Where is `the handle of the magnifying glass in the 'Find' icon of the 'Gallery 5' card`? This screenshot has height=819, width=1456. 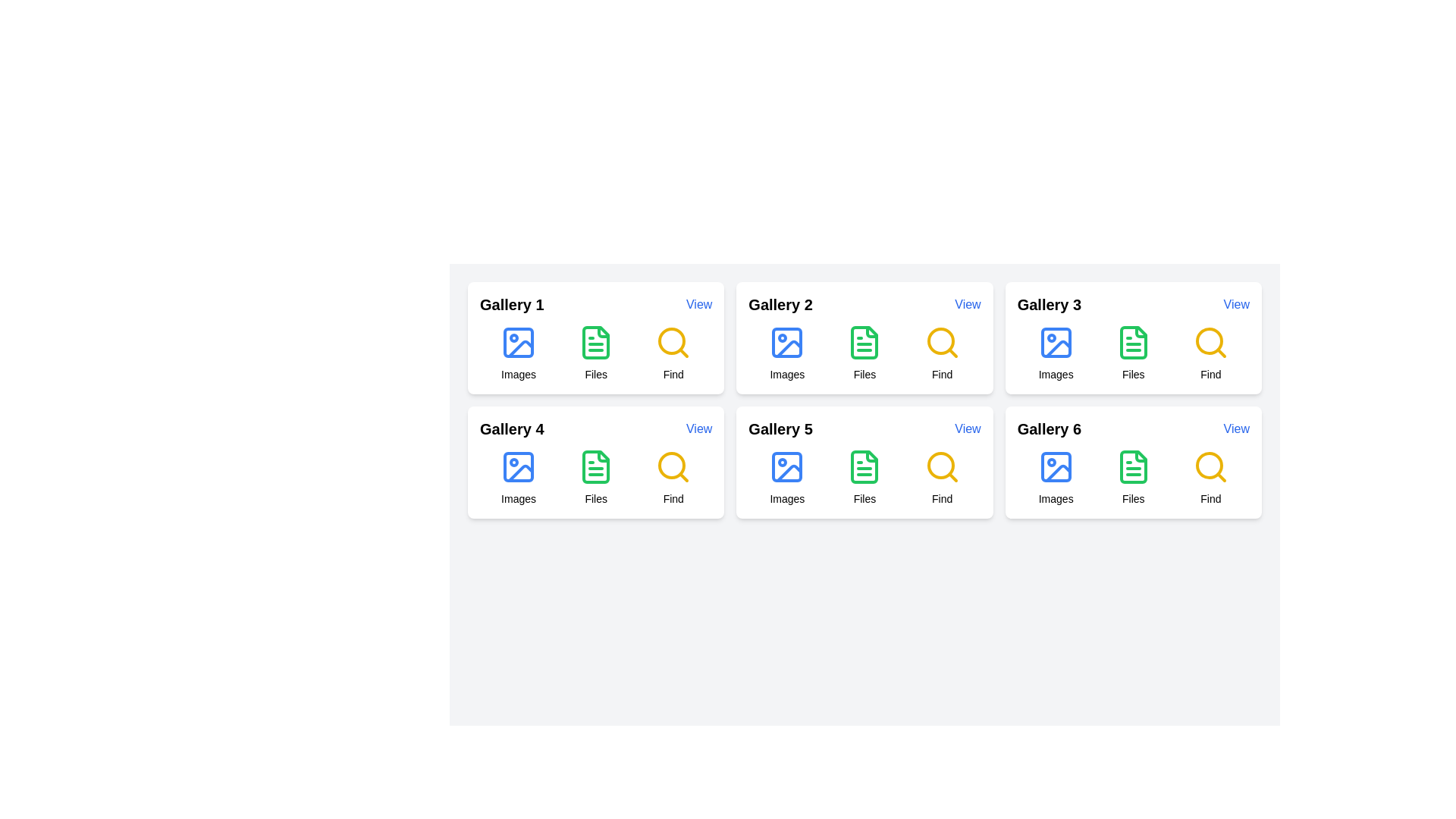 the handle of the magnifying glass in the 'Find' icon of the 'Gallery 5' card is located at coordinates (952, 476).